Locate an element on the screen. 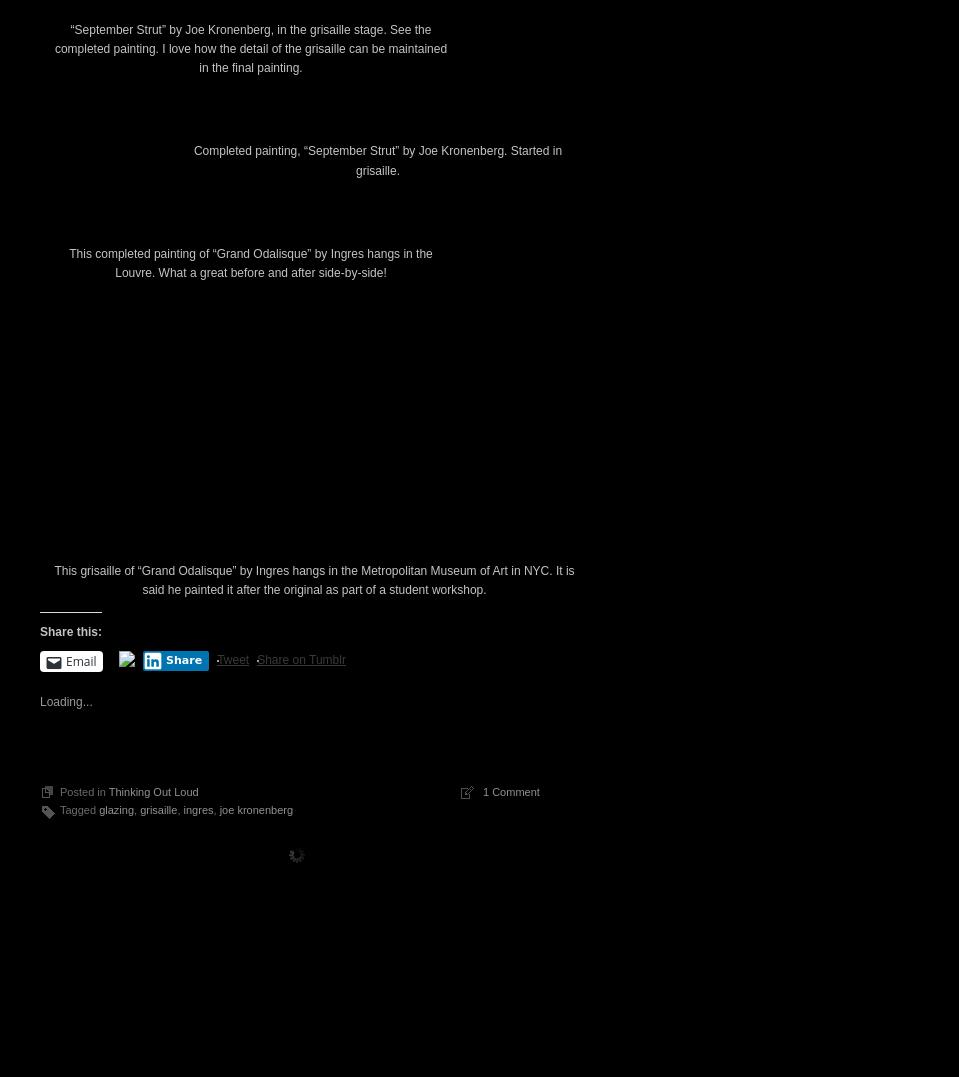  'Email' is located at coordinates (81, 1002).